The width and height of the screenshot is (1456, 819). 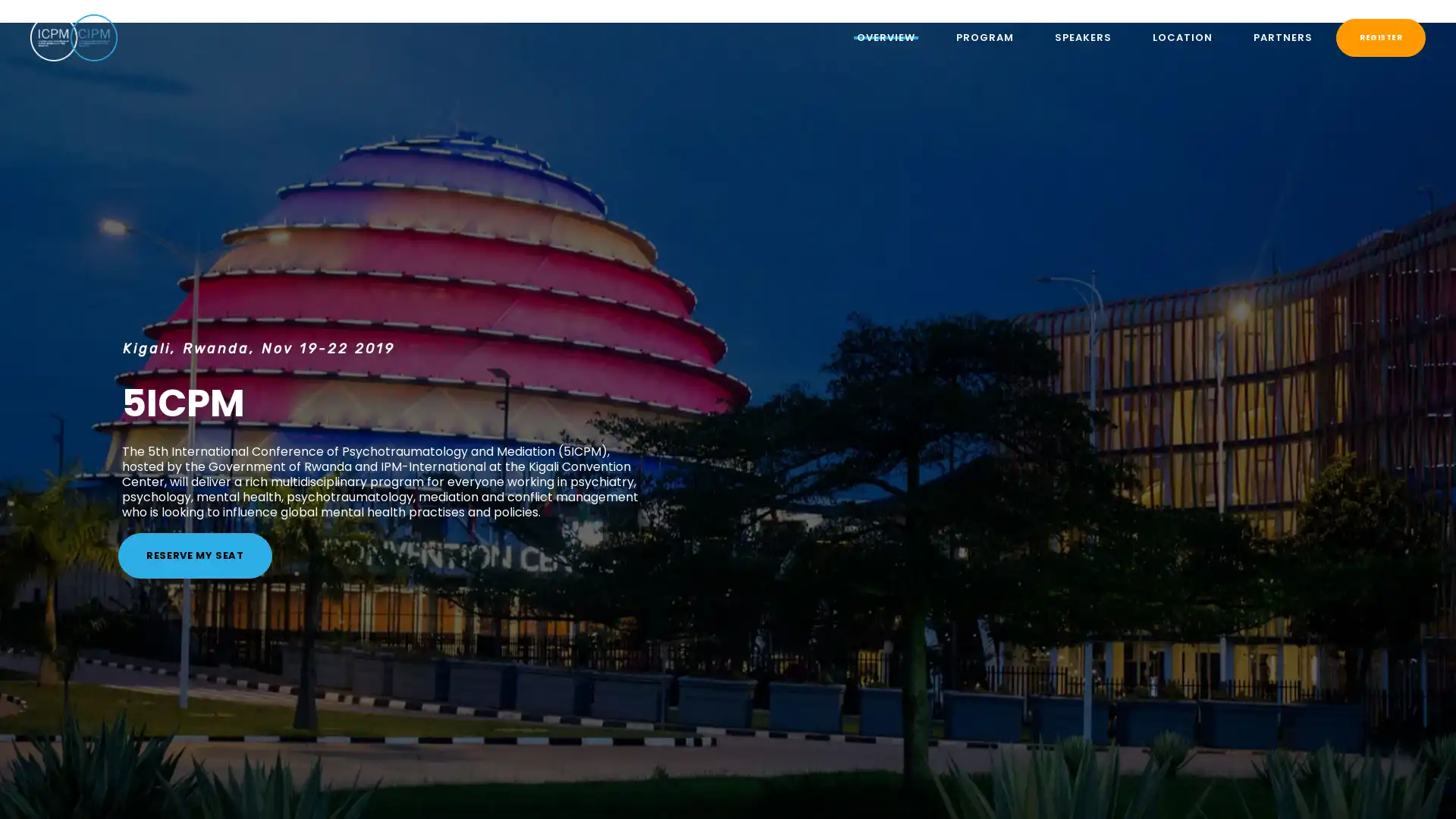 I want to click on send, so click(x=914, y=256).